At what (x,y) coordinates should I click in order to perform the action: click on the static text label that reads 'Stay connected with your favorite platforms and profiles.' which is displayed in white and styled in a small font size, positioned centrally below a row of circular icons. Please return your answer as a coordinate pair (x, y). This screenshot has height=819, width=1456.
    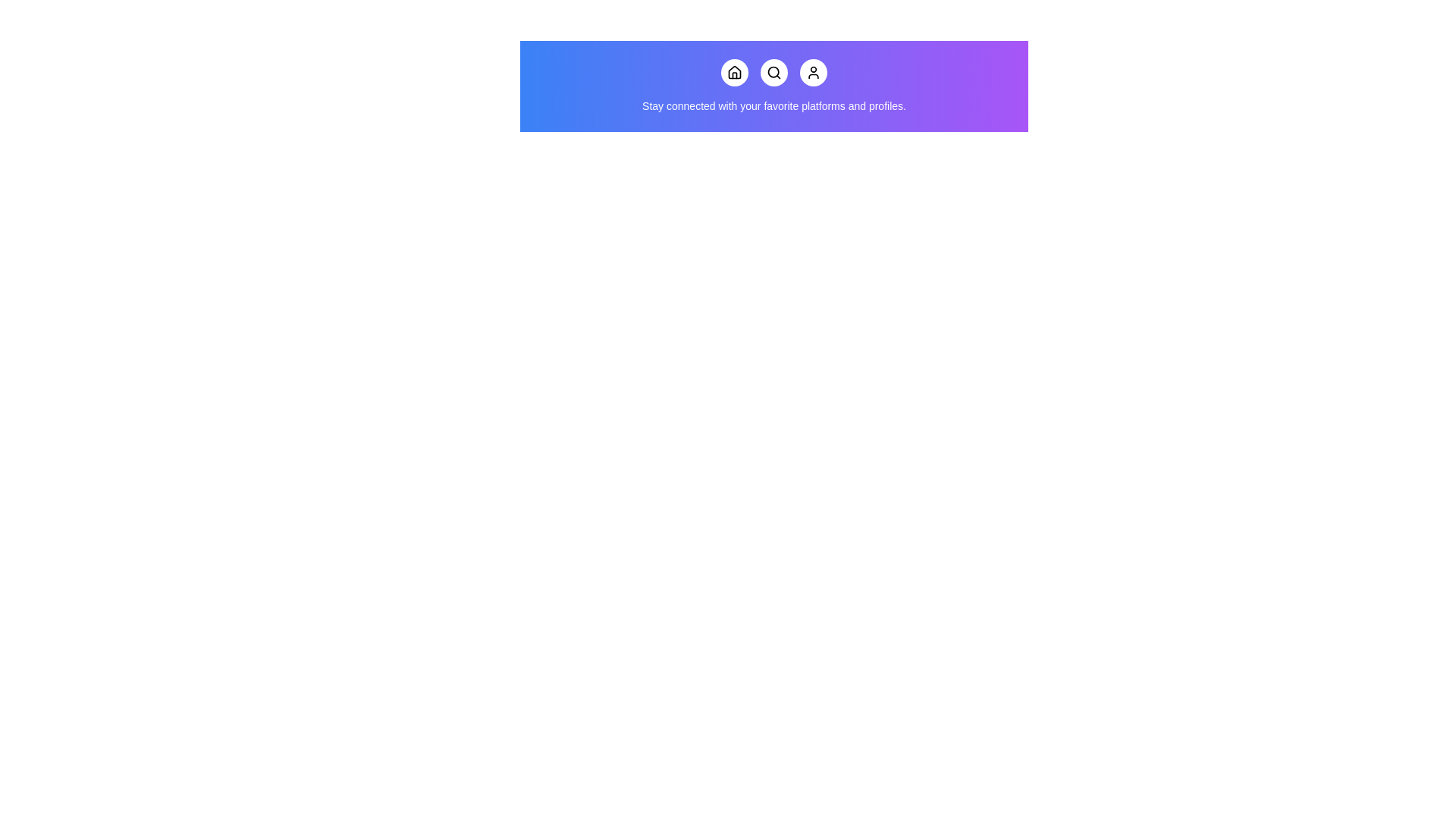
    Looking at the image, I should click on (774, 105).